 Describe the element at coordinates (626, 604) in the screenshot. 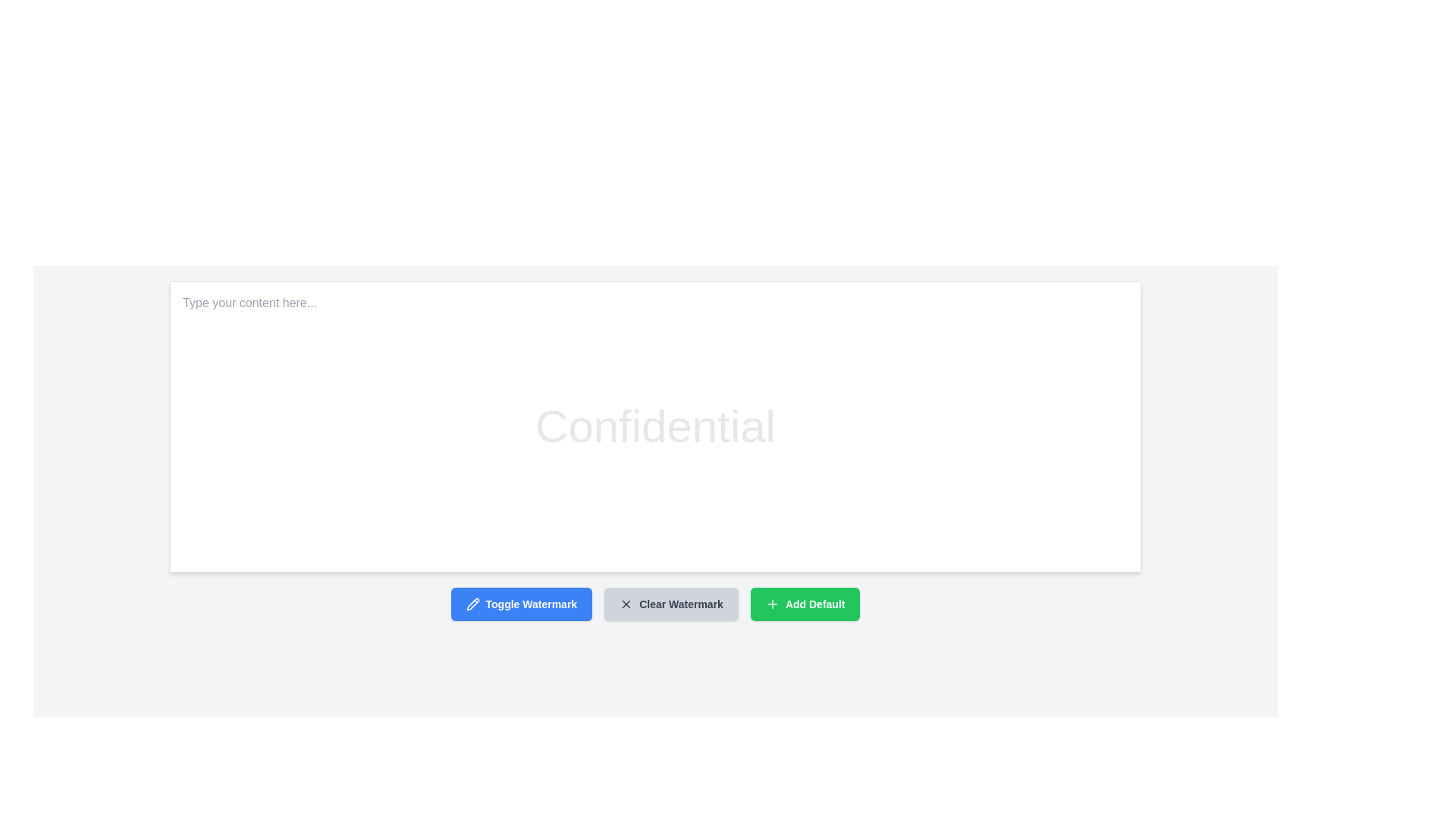

I see `the 'Clear Watermark' button, which features an icon suggesting a clearing action, positioned to the left of the button's text label` at that location.